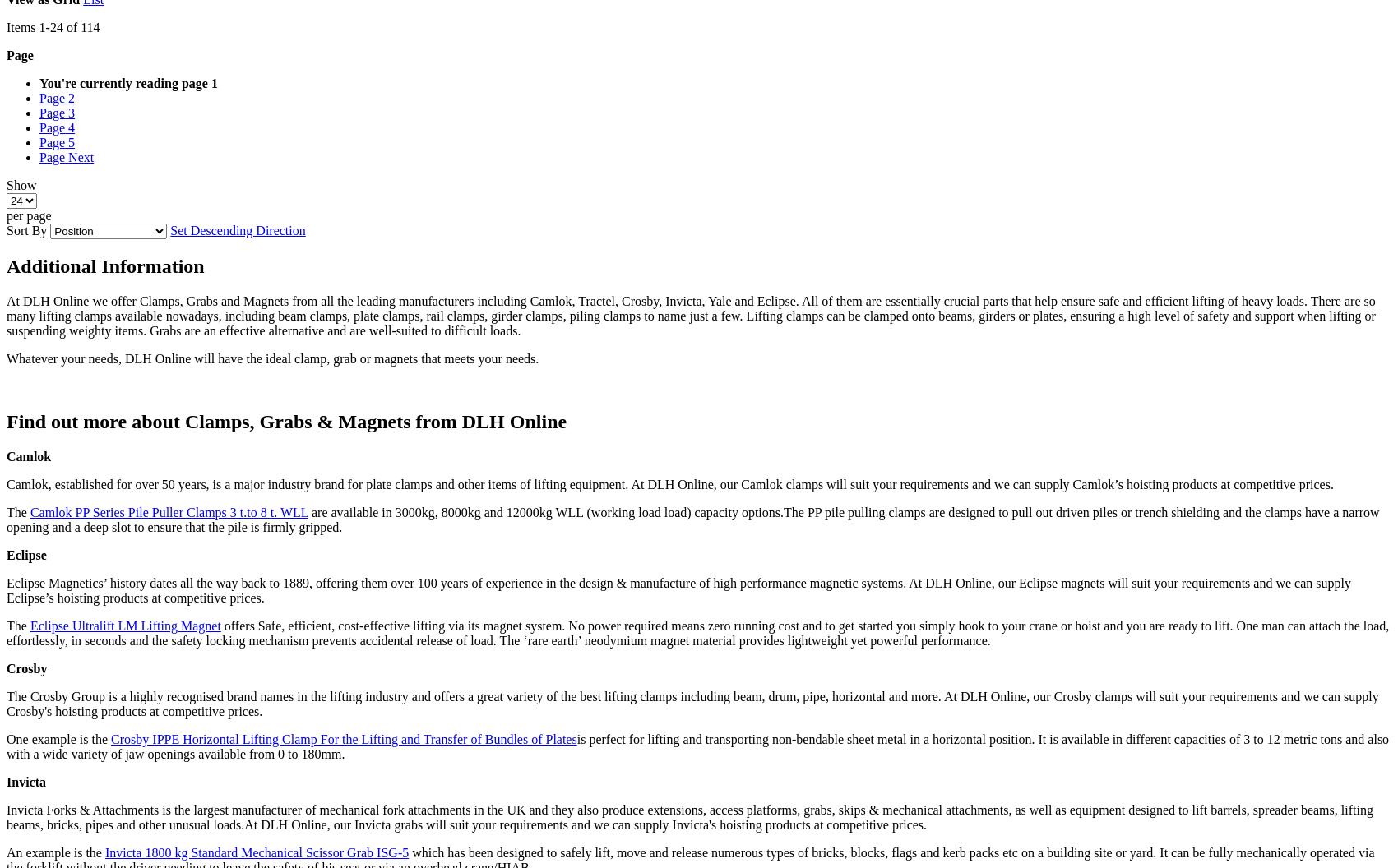  I want to click on 'Camlok, established for over 50 years, is a major industry brand for plate clamps and other items of lifting equipment. At DLH Online, our Camlok clamps will suit your requirements and we can supply Camlok’s hoisting products at competitive prices.', so click(669, 484).